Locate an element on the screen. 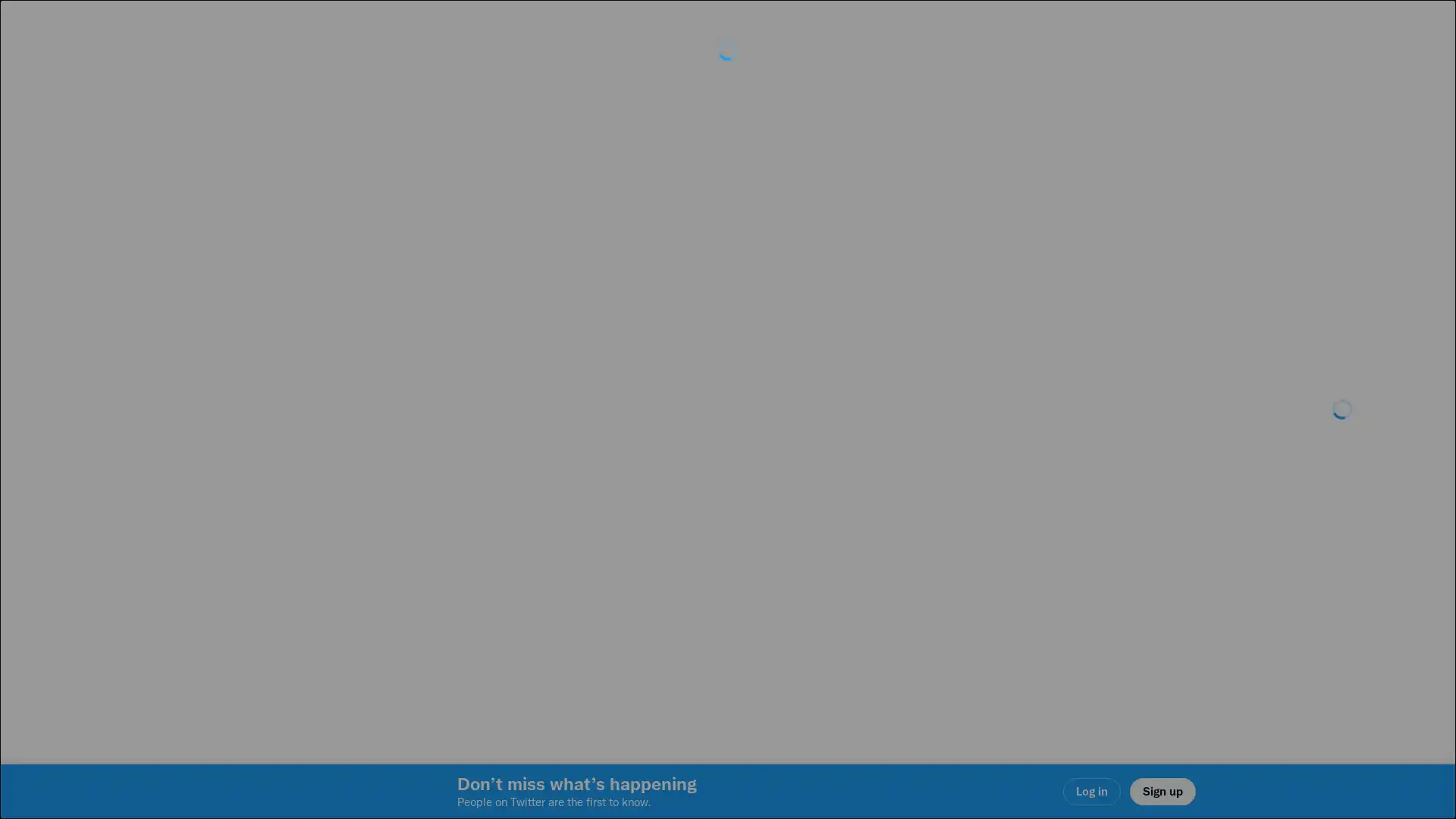 The width and height of the screenshot is (1456, 819). Log in is located at coordinates (910, 516).